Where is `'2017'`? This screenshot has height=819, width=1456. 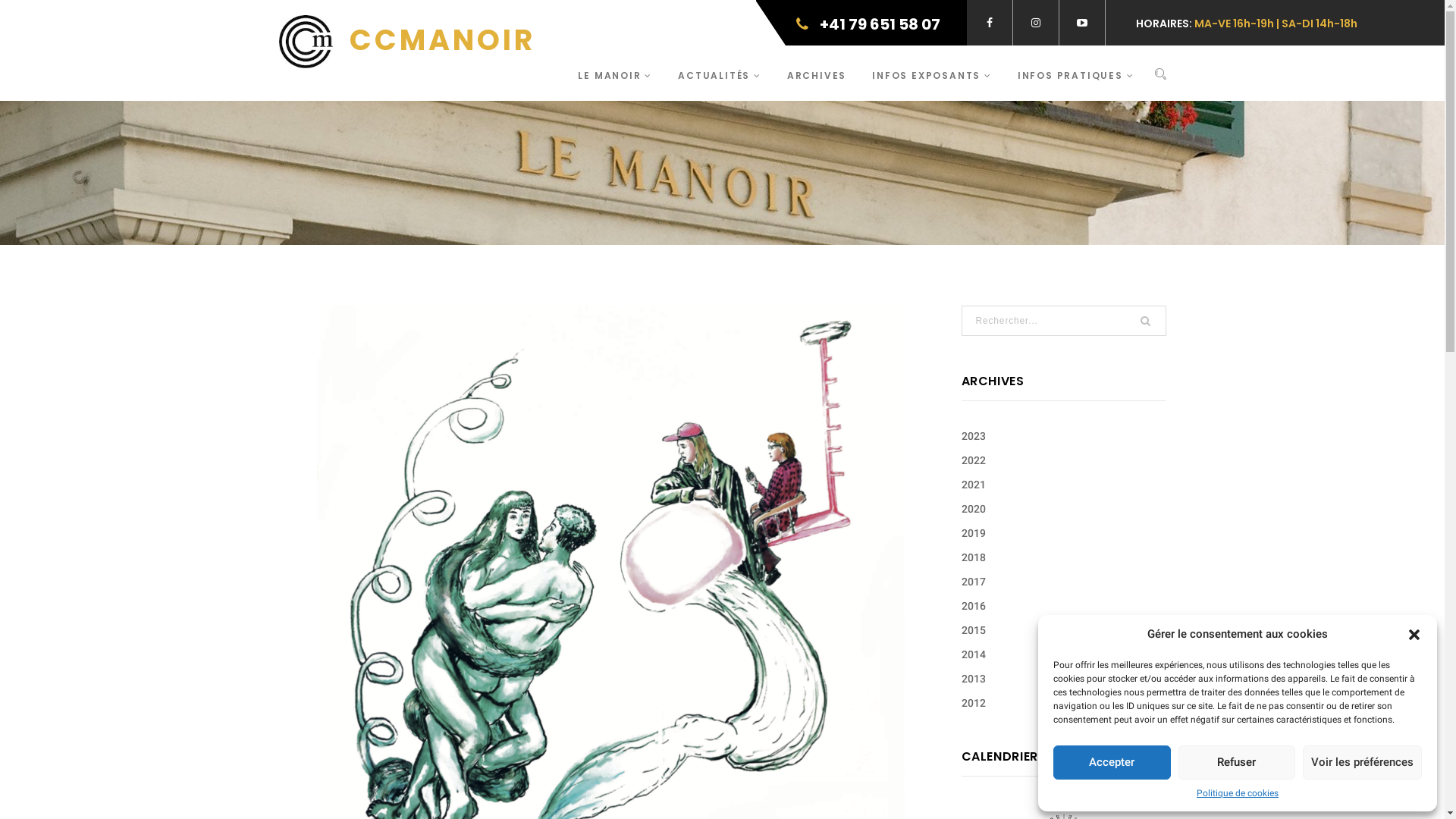 '2017' is located at coordinates (973, 581).